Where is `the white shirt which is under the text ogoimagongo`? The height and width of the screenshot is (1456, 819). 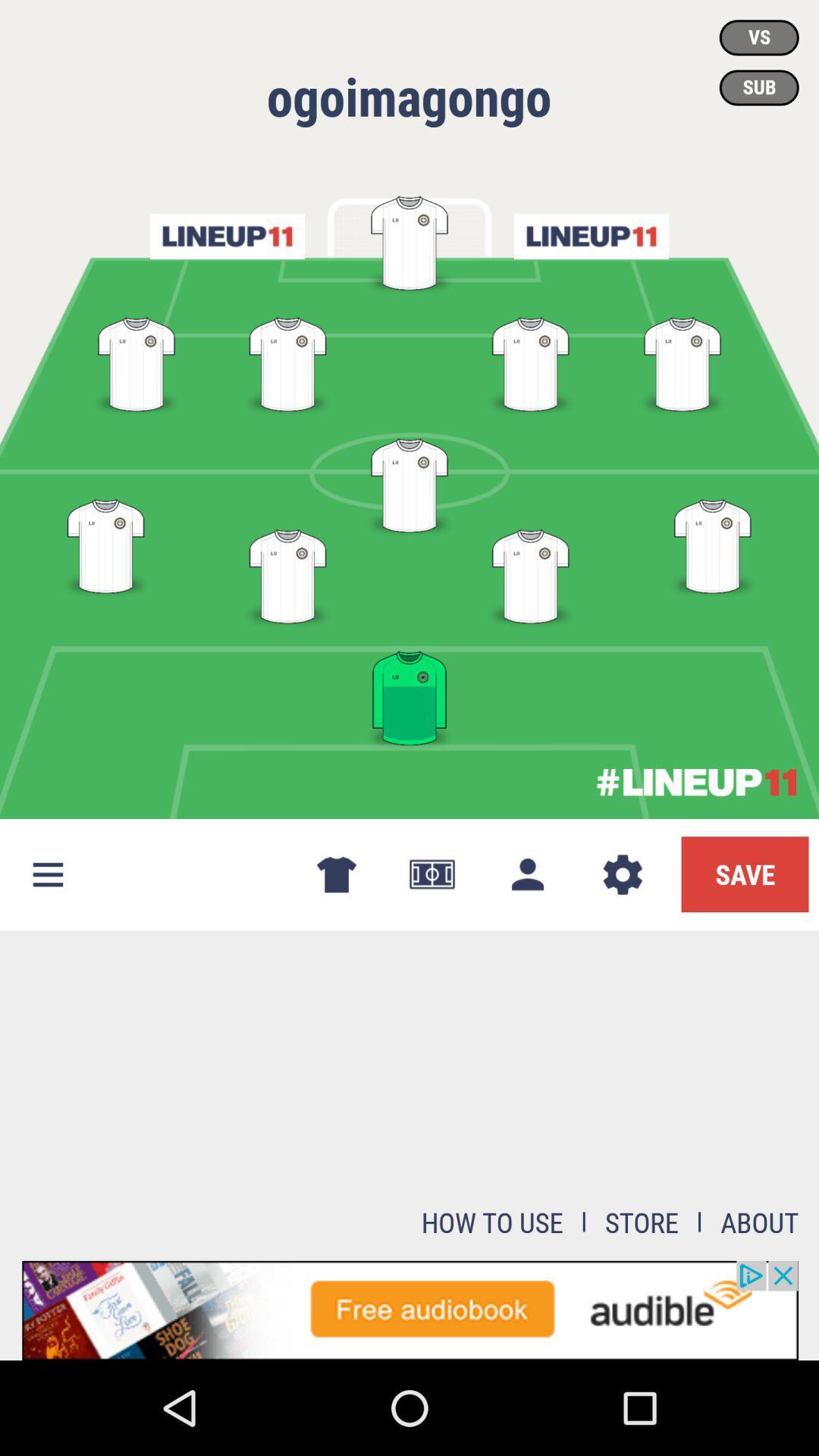 the white shirt which is under the text ogoimagongo is located at coordinates (409, 240).